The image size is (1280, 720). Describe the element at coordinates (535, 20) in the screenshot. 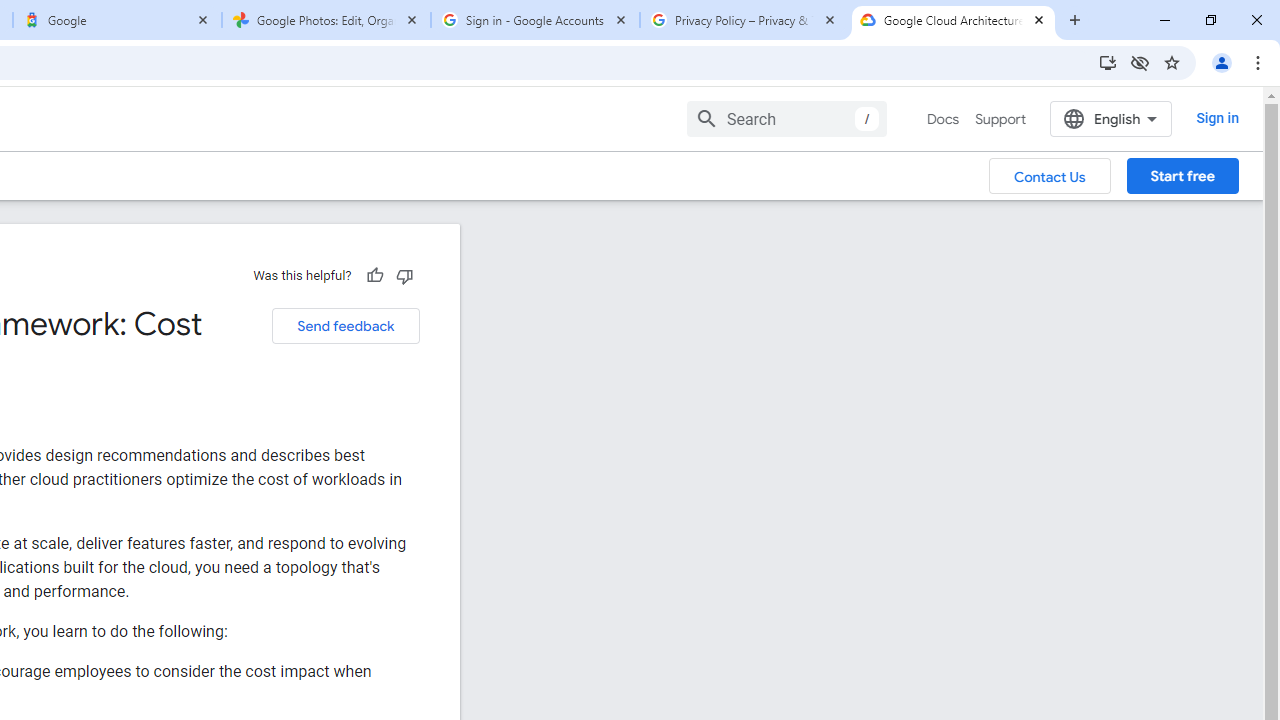

I see `'Sign in - Google Accounts'` at that location.